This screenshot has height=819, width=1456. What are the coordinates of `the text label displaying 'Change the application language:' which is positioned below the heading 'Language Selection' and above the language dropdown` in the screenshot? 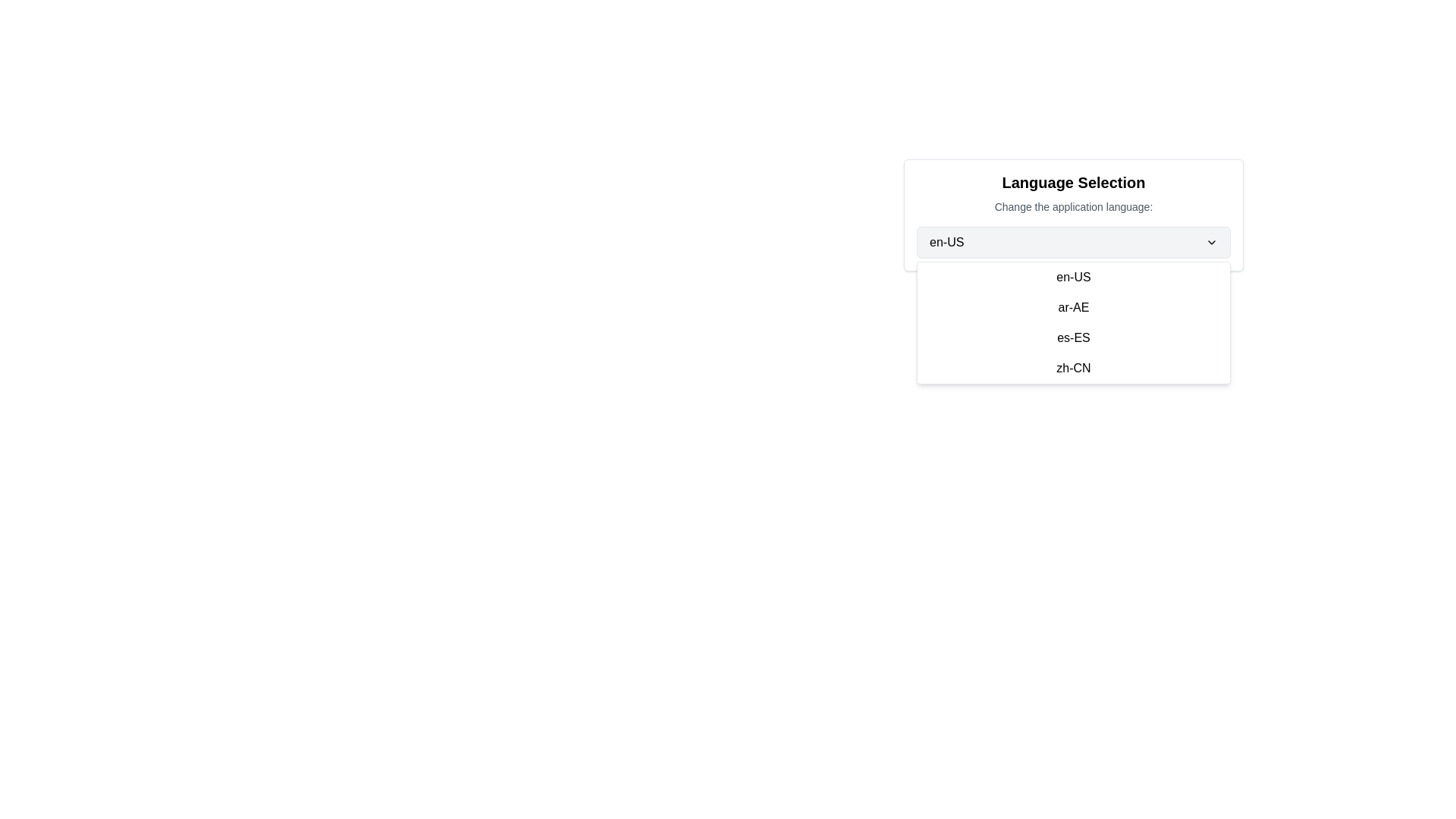 It's located at (1073, 207).